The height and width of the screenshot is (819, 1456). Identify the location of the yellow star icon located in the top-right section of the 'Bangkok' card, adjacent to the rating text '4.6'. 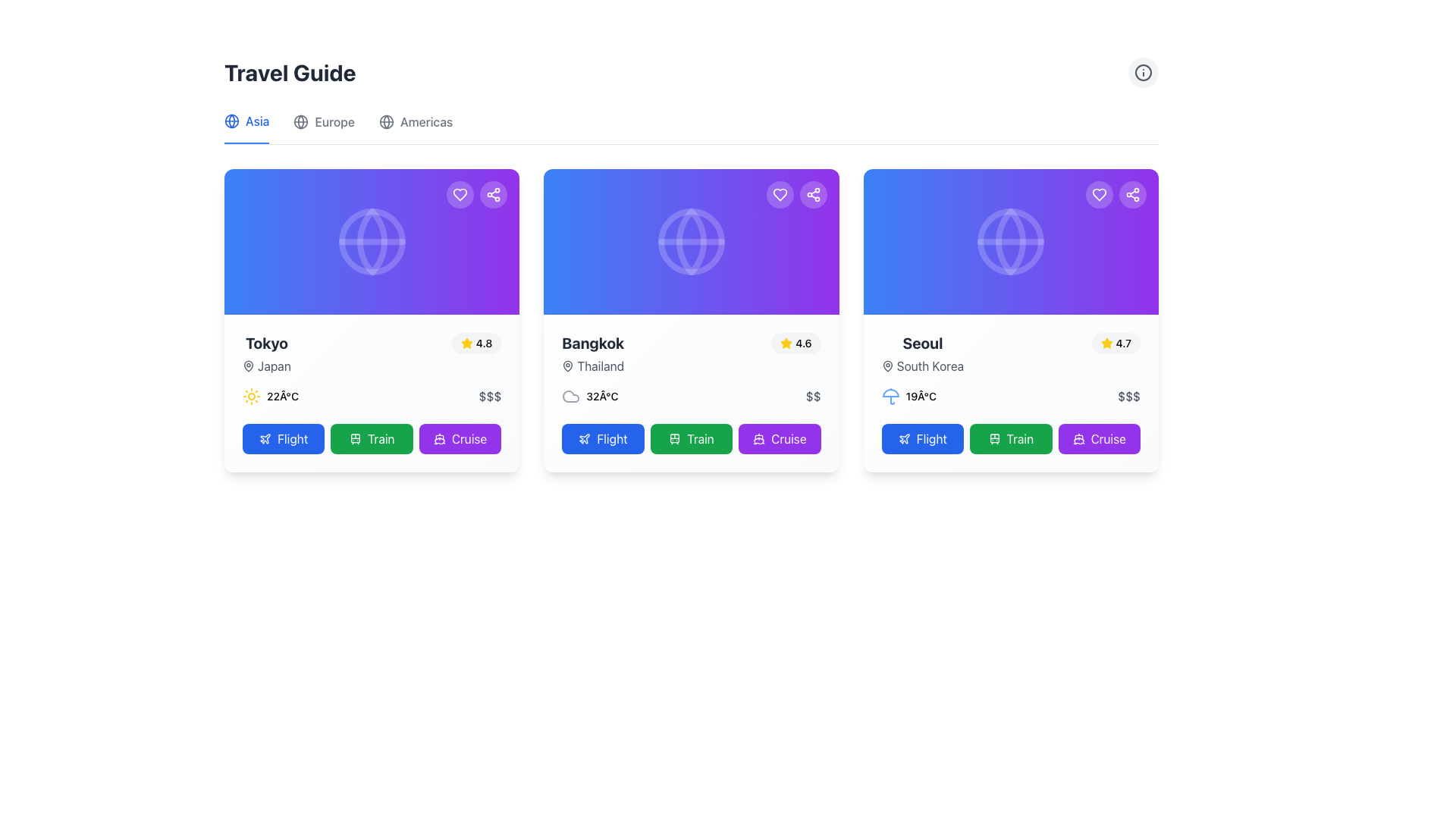
(466, 343).